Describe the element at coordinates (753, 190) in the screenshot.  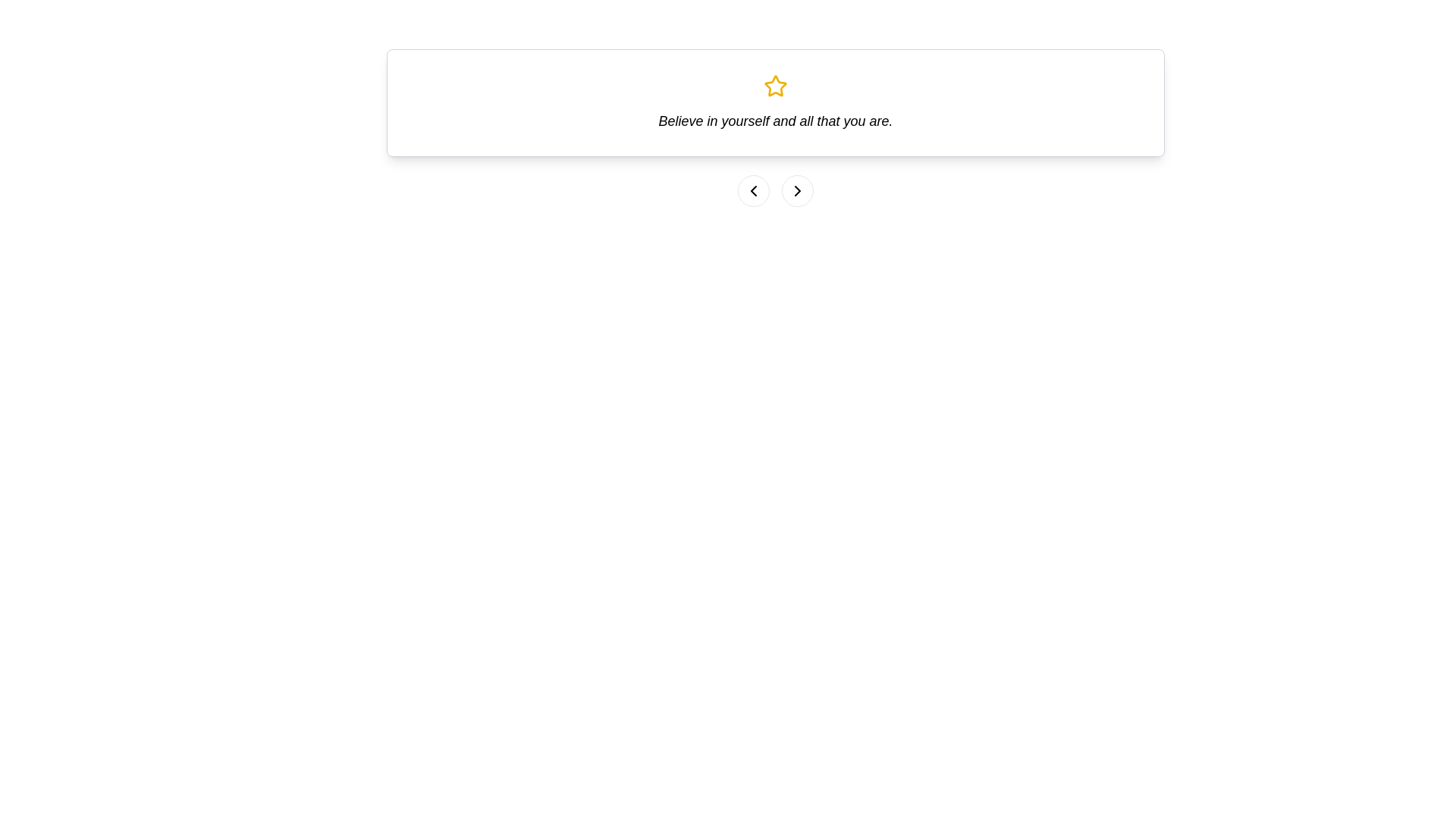
I see `the navigation button with a chevron-left icon, which is the first button in a group of two horizontal navigation buttons` at that location.